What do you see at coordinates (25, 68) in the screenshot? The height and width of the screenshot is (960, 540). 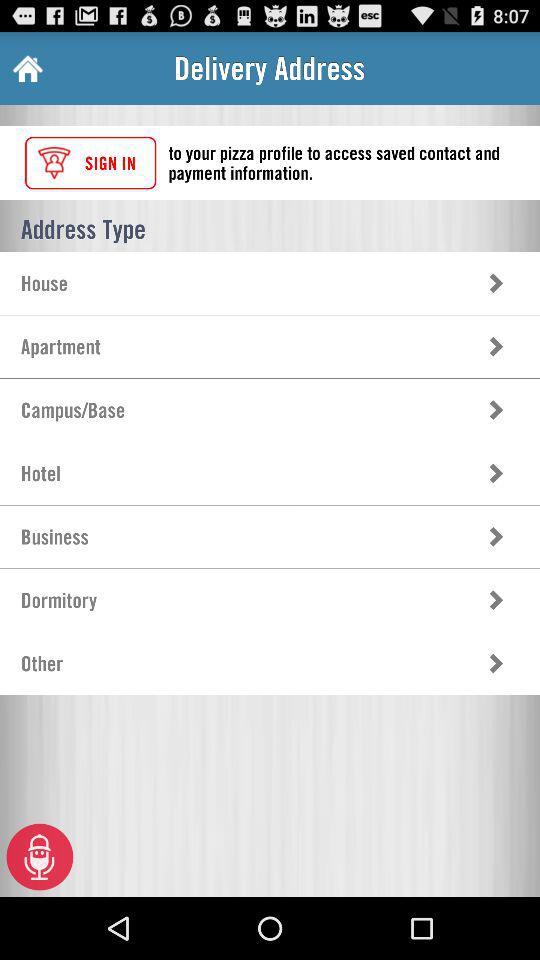 I see `icon above the sign in` at bounding box center [25, 68].